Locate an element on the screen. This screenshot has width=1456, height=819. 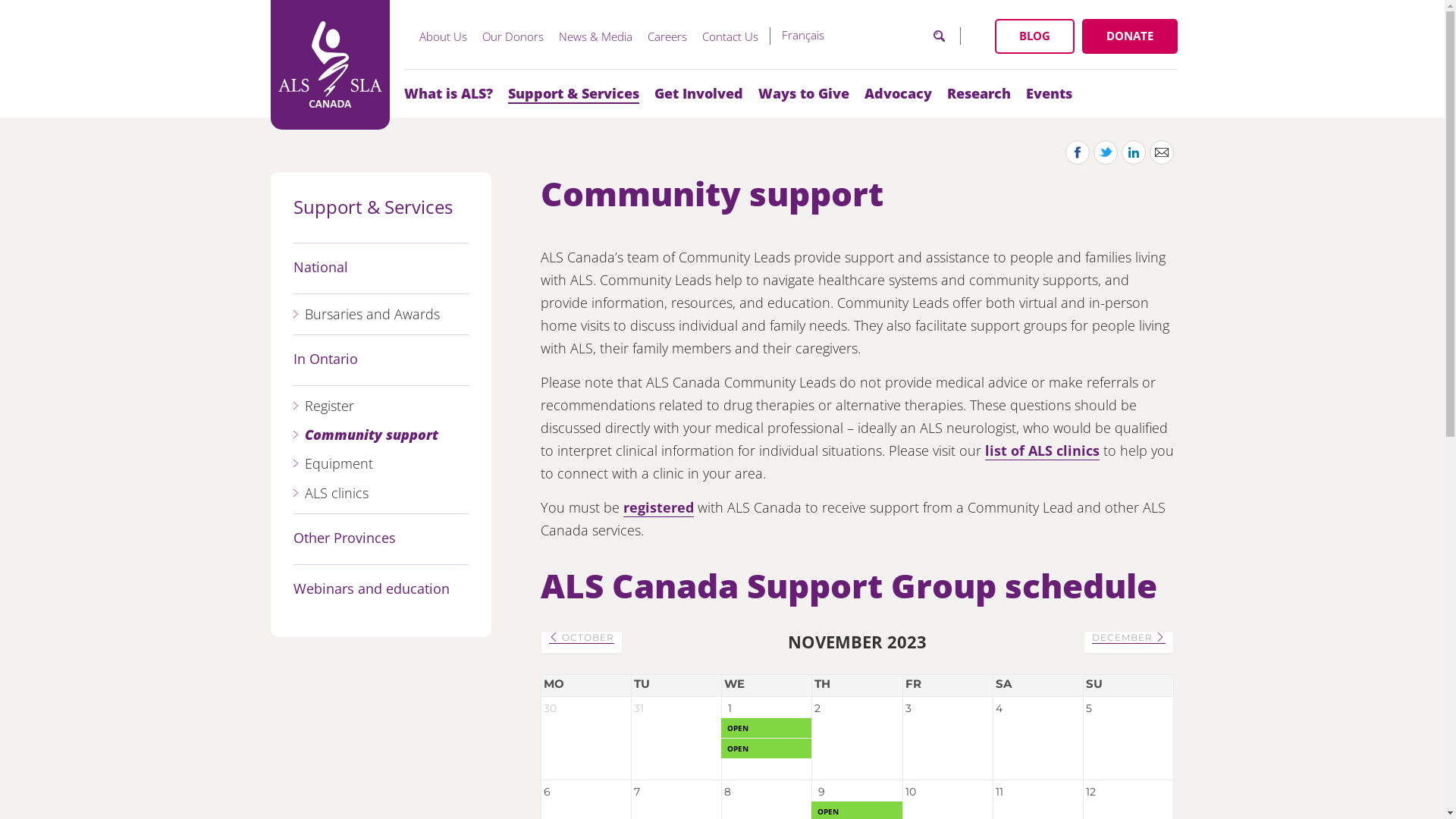
'DONATE' is located at coordinates (1128, 35).